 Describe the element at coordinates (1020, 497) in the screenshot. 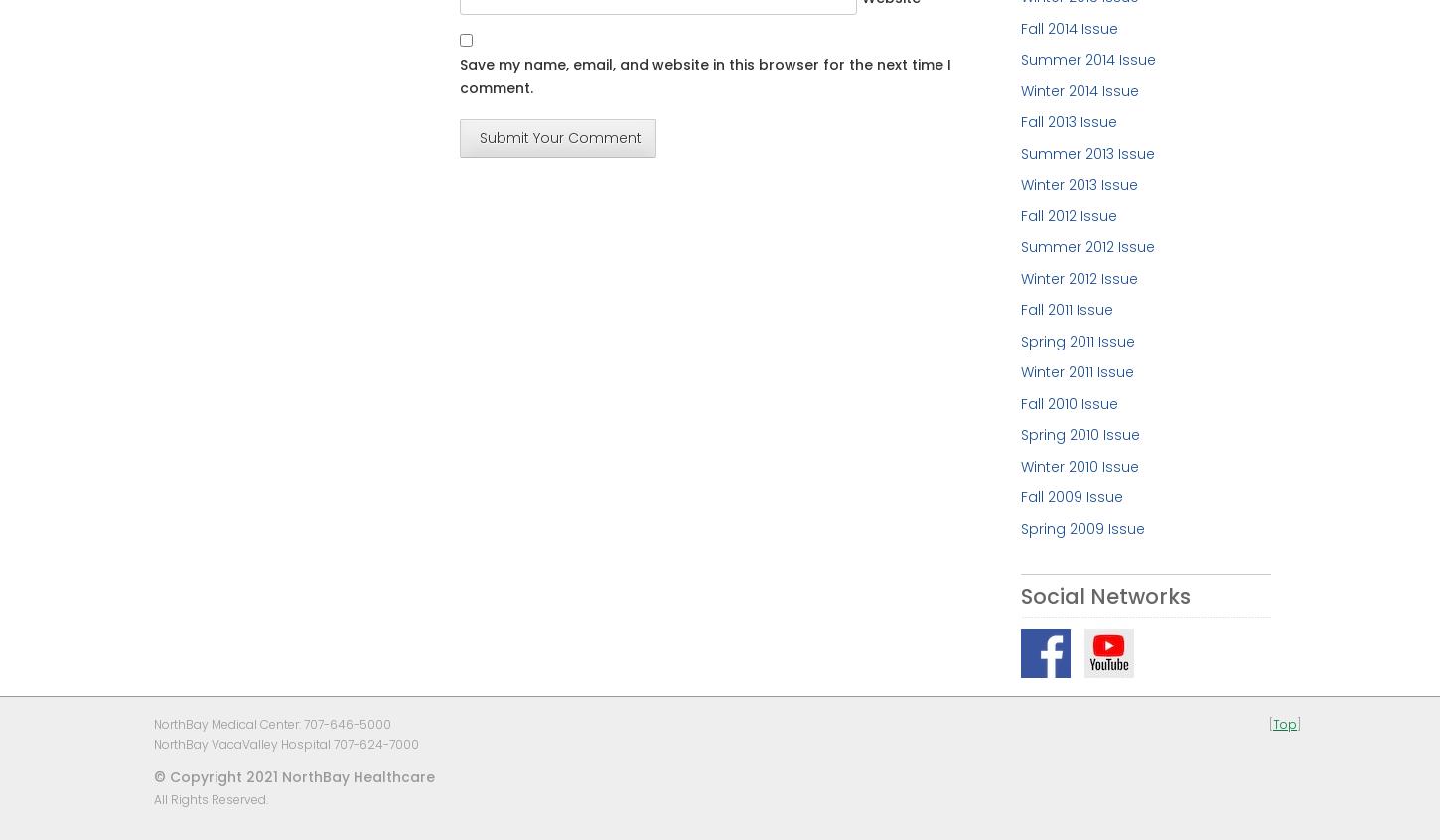

I see `'Fall 2009 Issue'` at that location.